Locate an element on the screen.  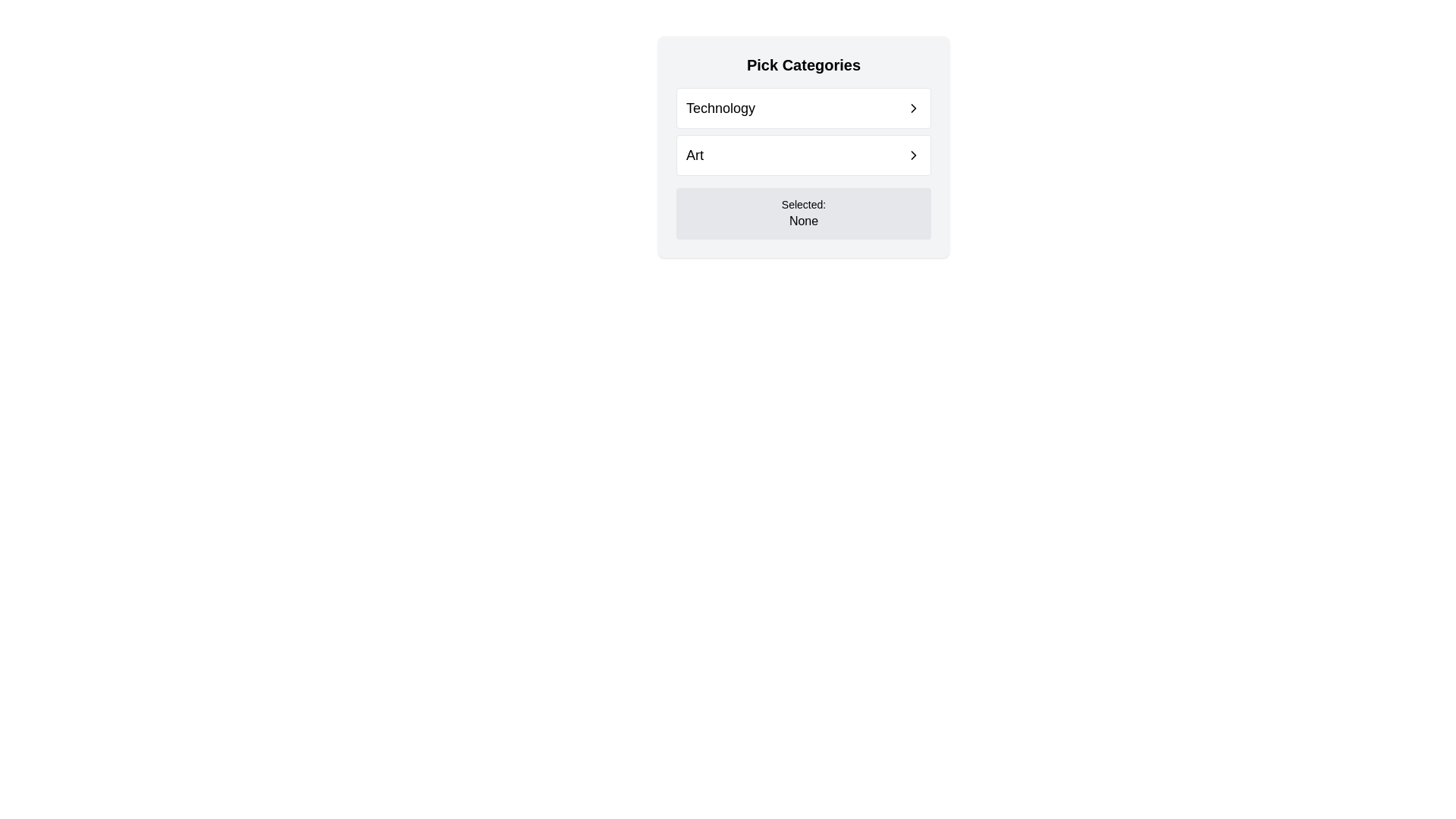
the right-pointing chevron icon located inside the 'Art' row in the 'Pick Categories' section is located at coordinates (912, 155).